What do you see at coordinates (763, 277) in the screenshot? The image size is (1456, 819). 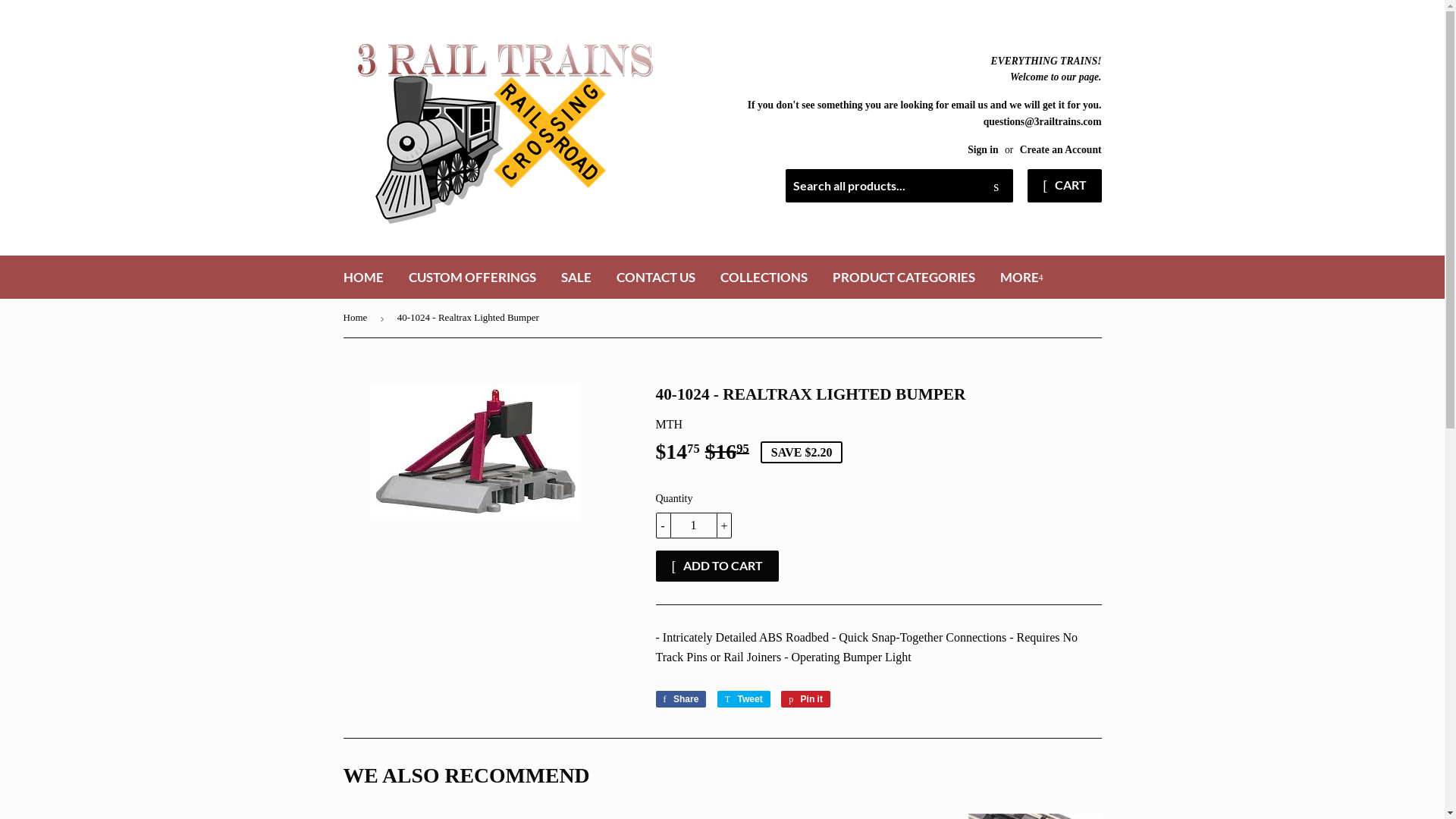 I see `'COLLECTIONS'` at bounding box center [763, 277].